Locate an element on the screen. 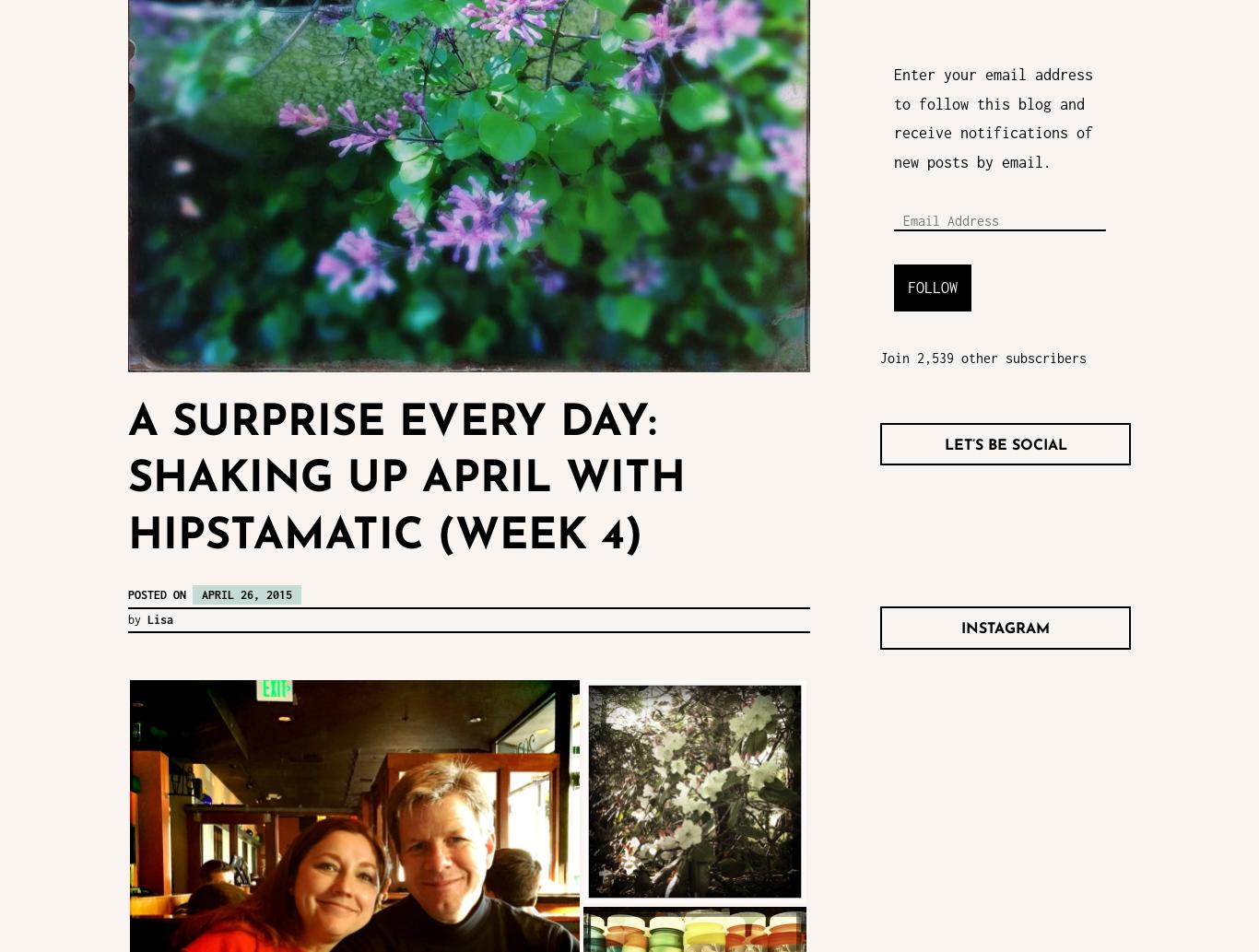 This screenshot has width=1259, height=952. 'Posted on' is located at coordinates (127, 594).